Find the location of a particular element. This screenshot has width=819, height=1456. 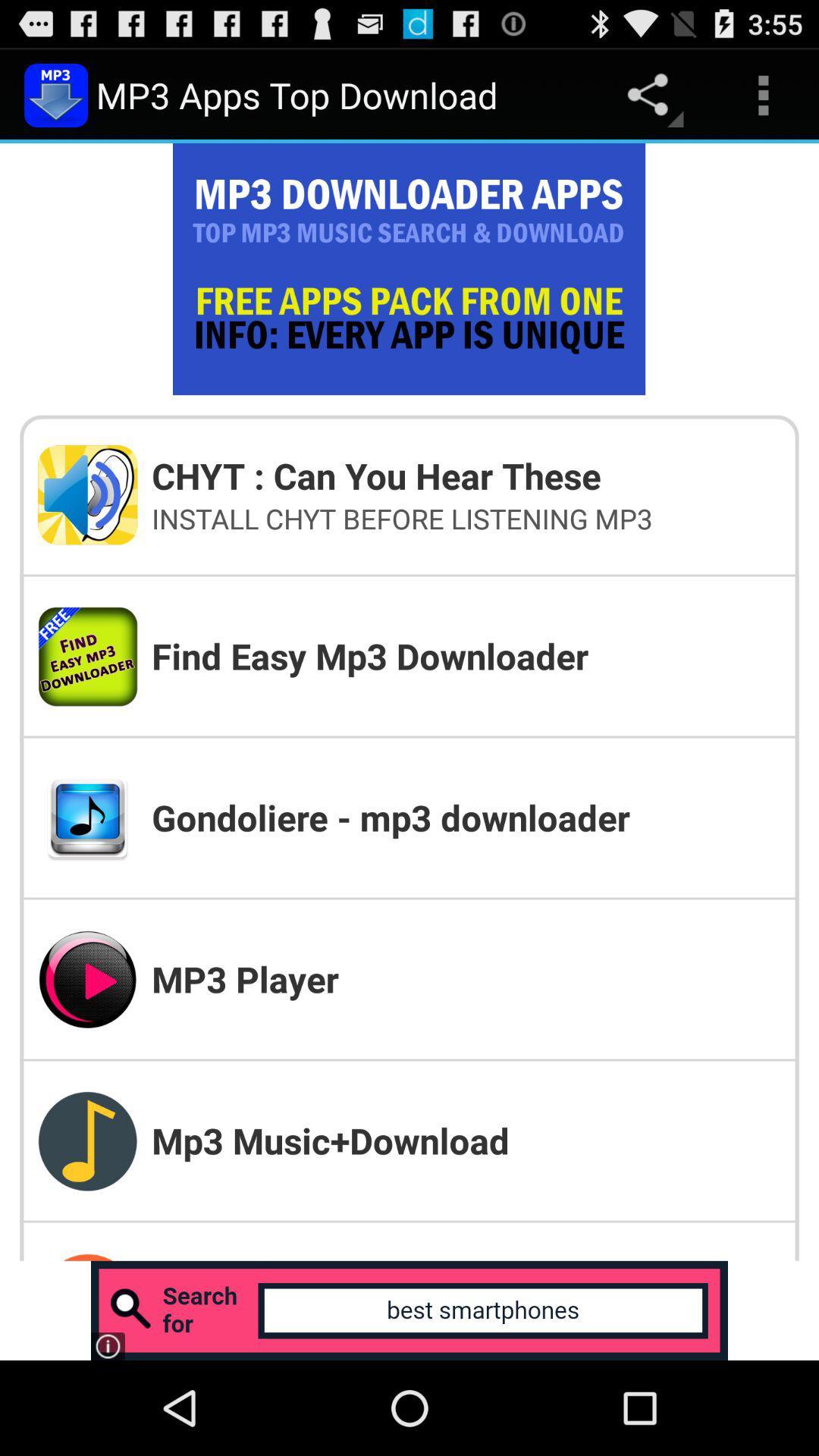

item above gondoliere - mp3 downloader item is located at coordinates (465, 656).